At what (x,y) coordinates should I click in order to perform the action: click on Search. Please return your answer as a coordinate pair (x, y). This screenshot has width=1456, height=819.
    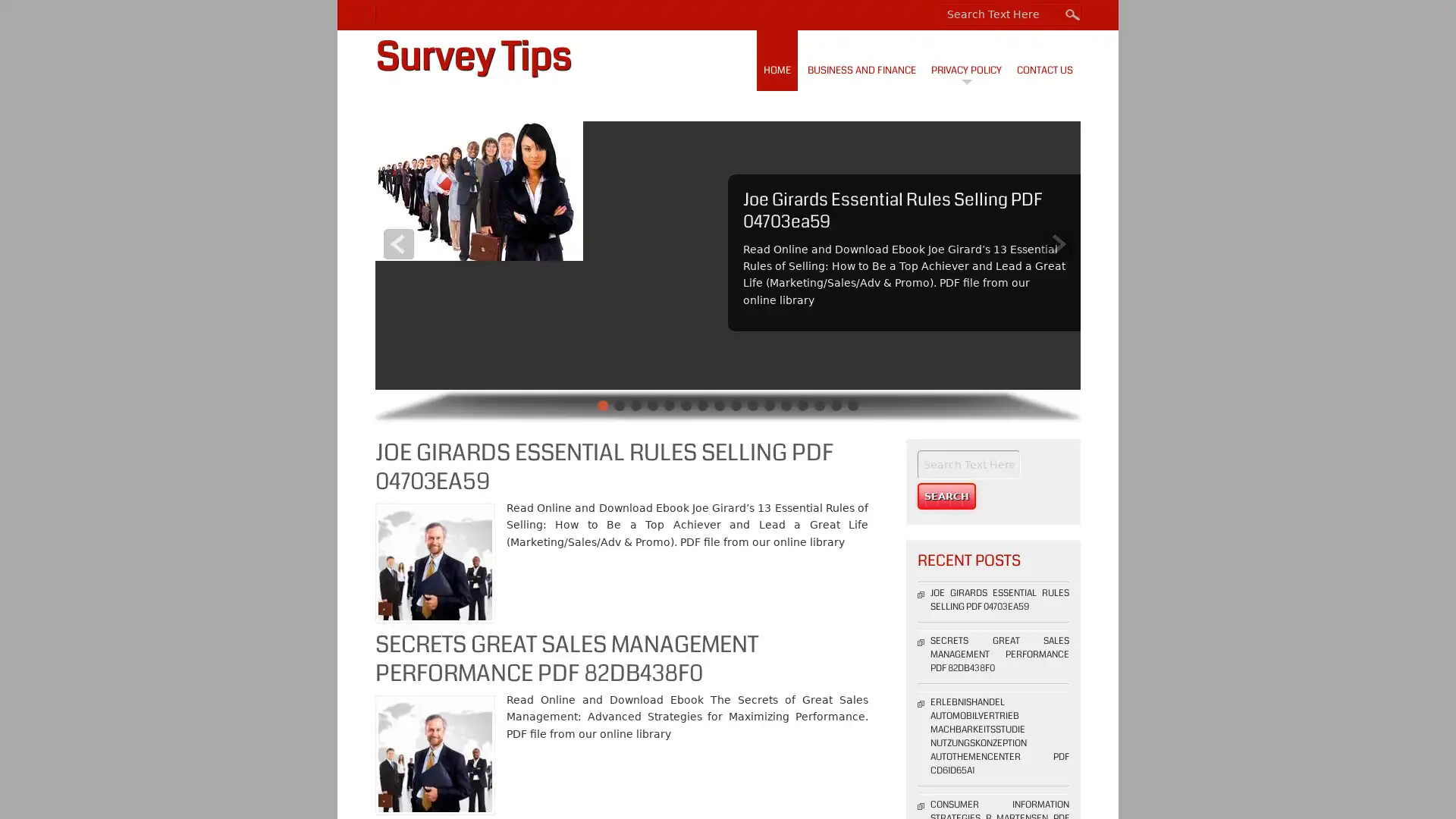
    Looking at the image, I should click on (946, 496).